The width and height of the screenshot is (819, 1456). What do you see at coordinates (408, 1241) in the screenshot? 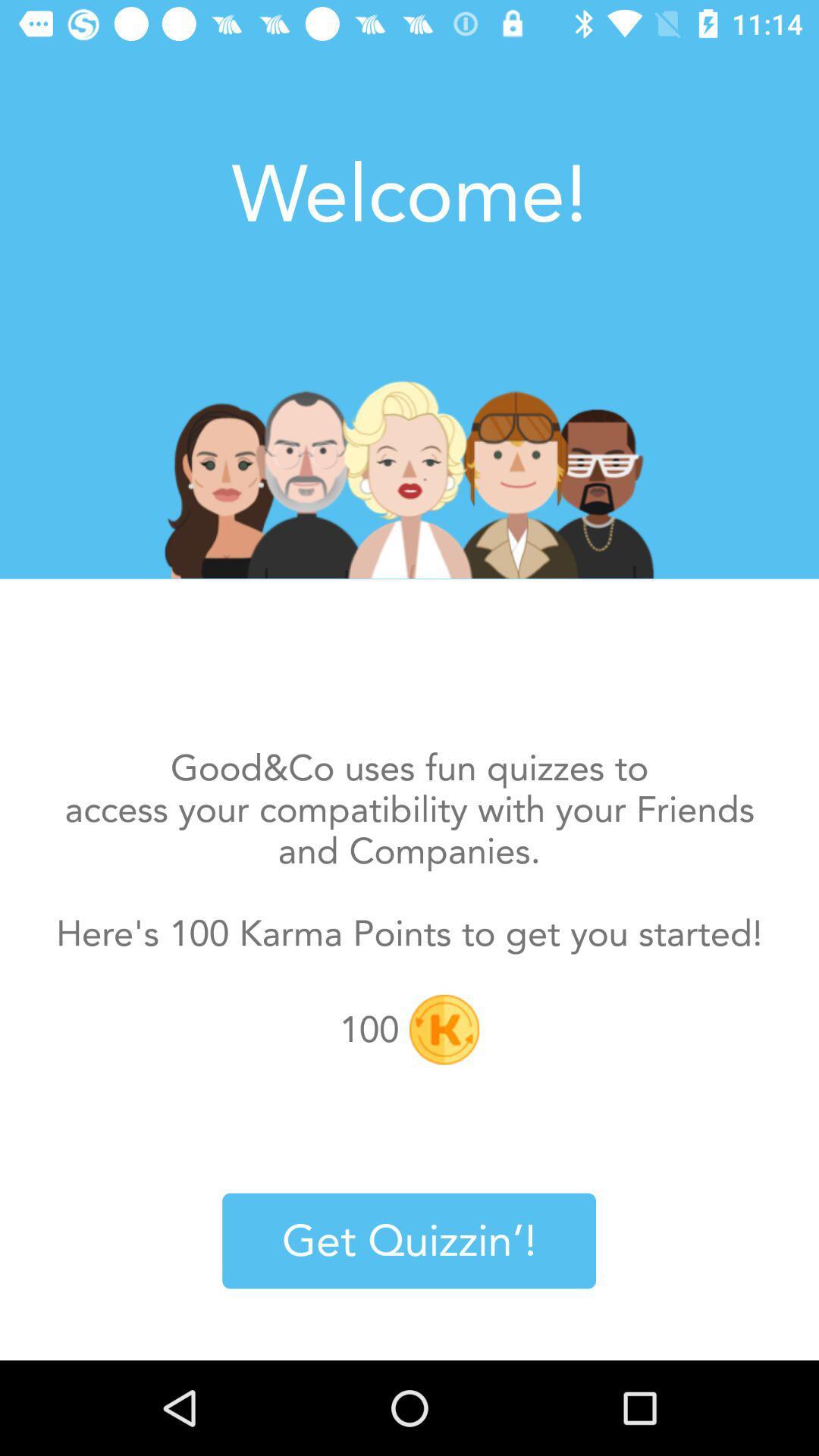
I see `icon below the 100` at bounding box center [408, 1241].